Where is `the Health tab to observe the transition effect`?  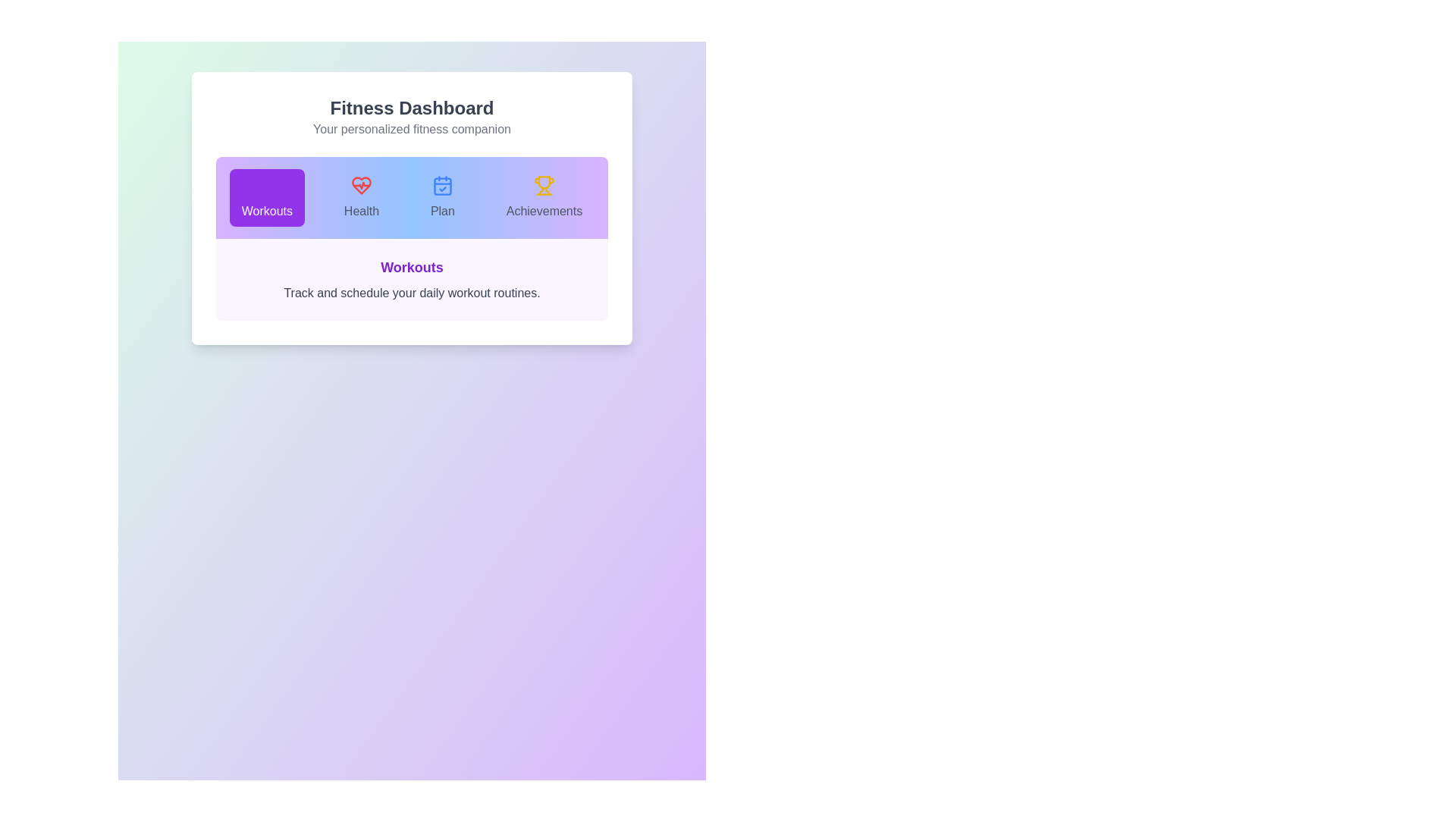 the Health tab to observe the transition effect is located at coordinates (359, 197).